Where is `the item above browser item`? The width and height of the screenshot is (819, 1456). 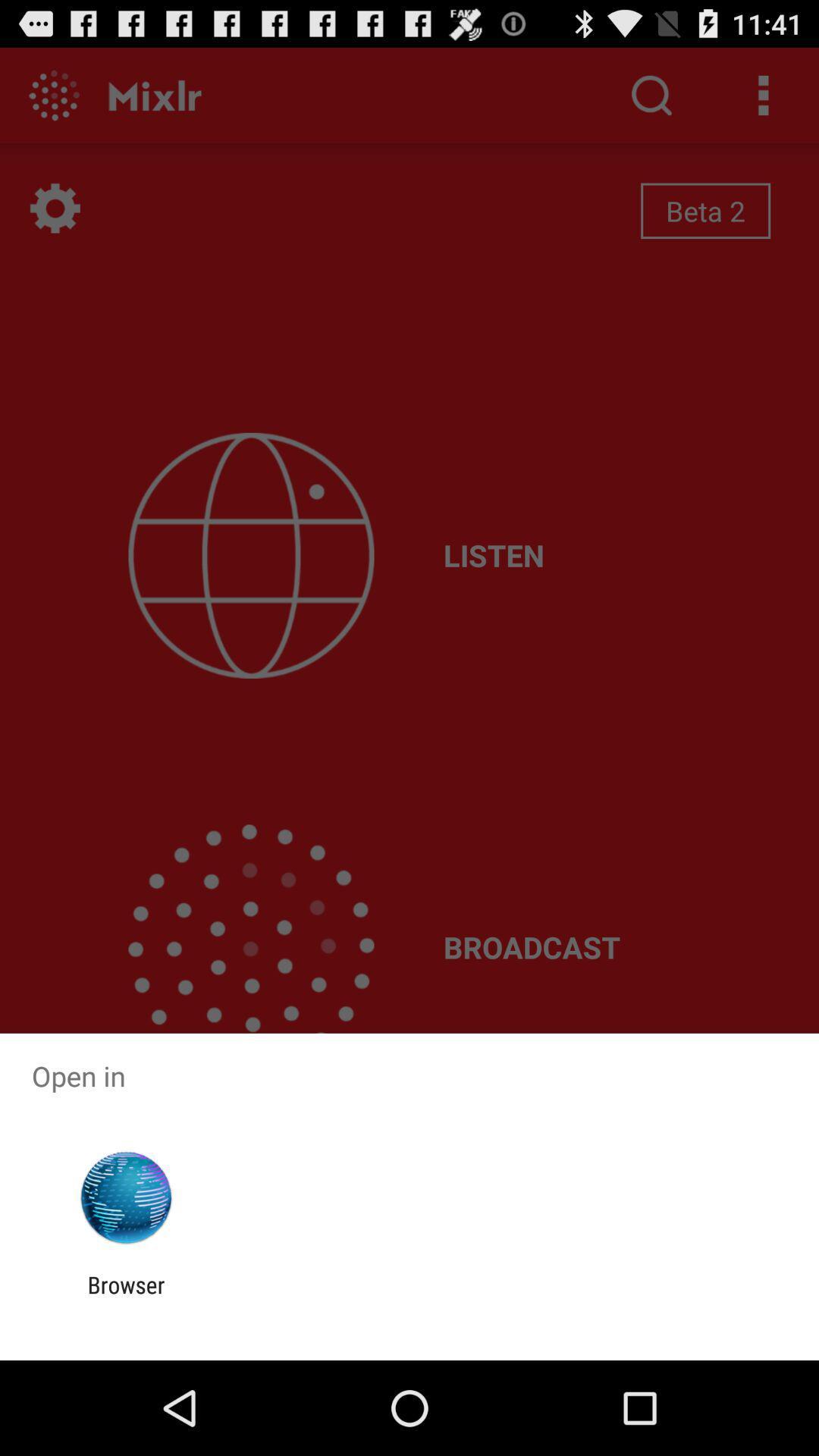 the item above browser item is located at coordinates (125, 1197).